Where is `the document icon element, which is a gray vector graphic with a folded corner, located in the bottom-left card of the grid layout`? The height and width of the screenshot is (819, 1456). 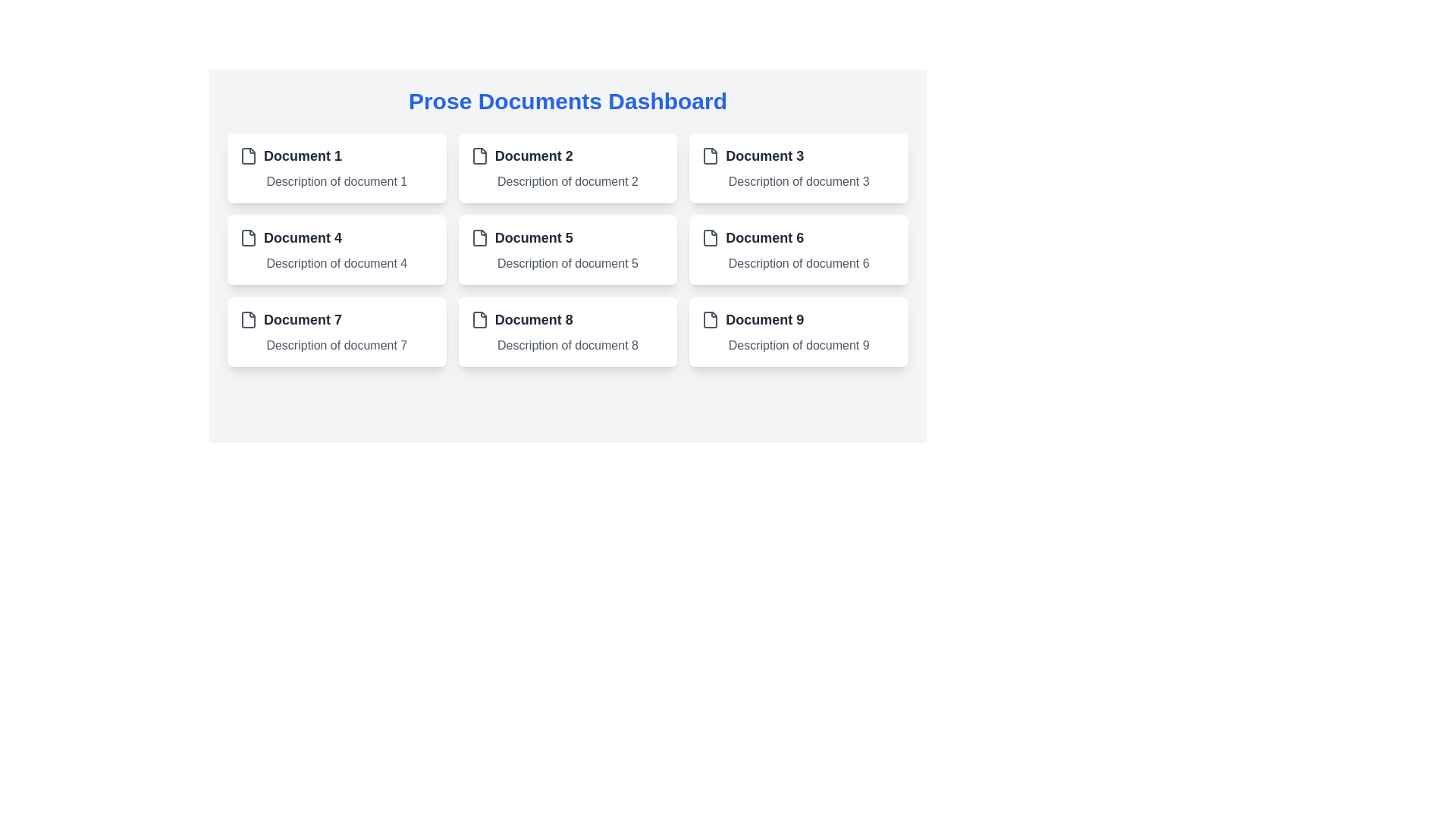
the document icon element, which is a gray vector graphic with a folded corner, located in the bottom-left card of the grid layout is located at coordinates (248, 318).